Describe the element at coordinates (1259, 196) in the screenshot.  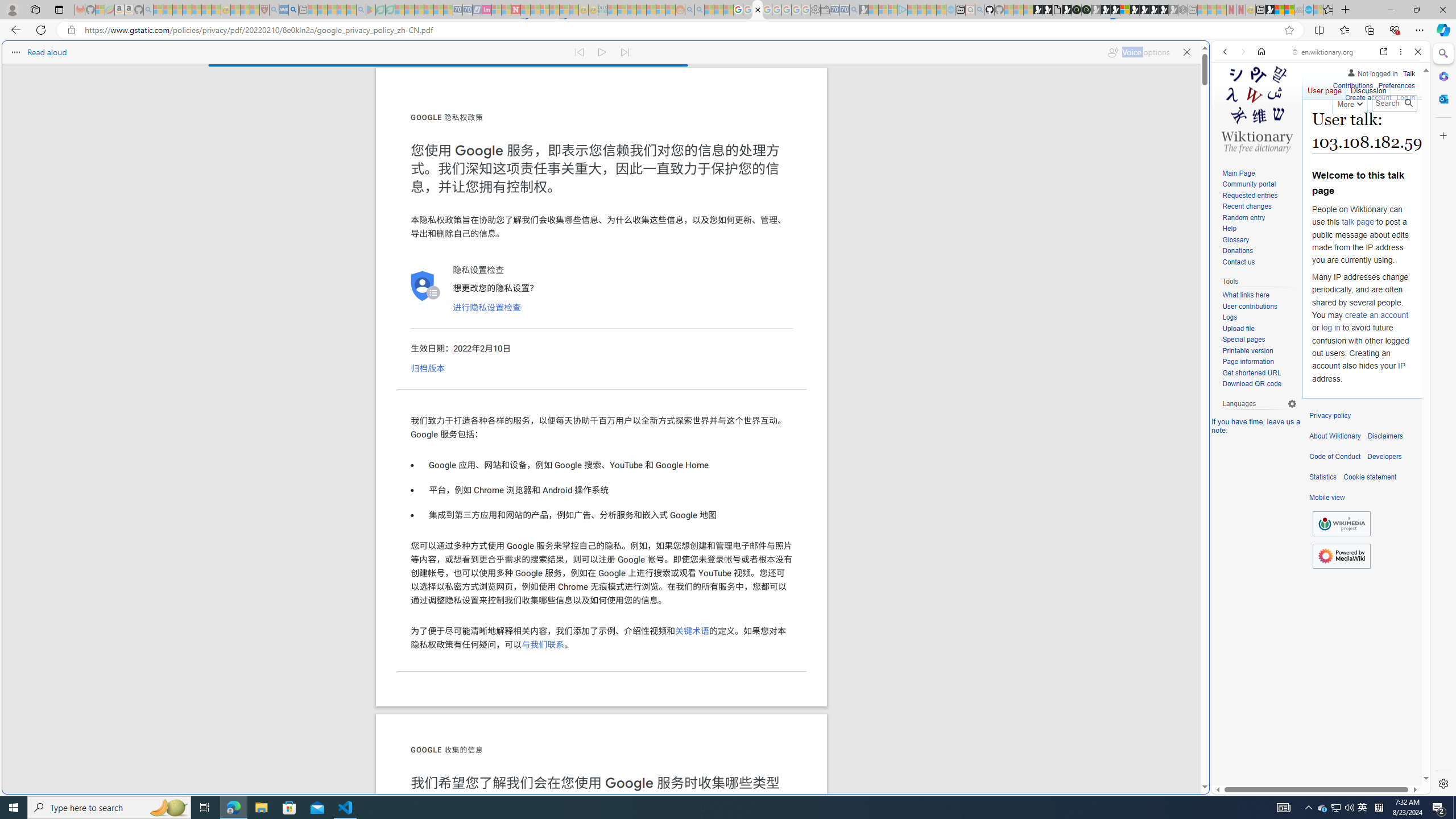
I see `'Requested entries'` at that location.